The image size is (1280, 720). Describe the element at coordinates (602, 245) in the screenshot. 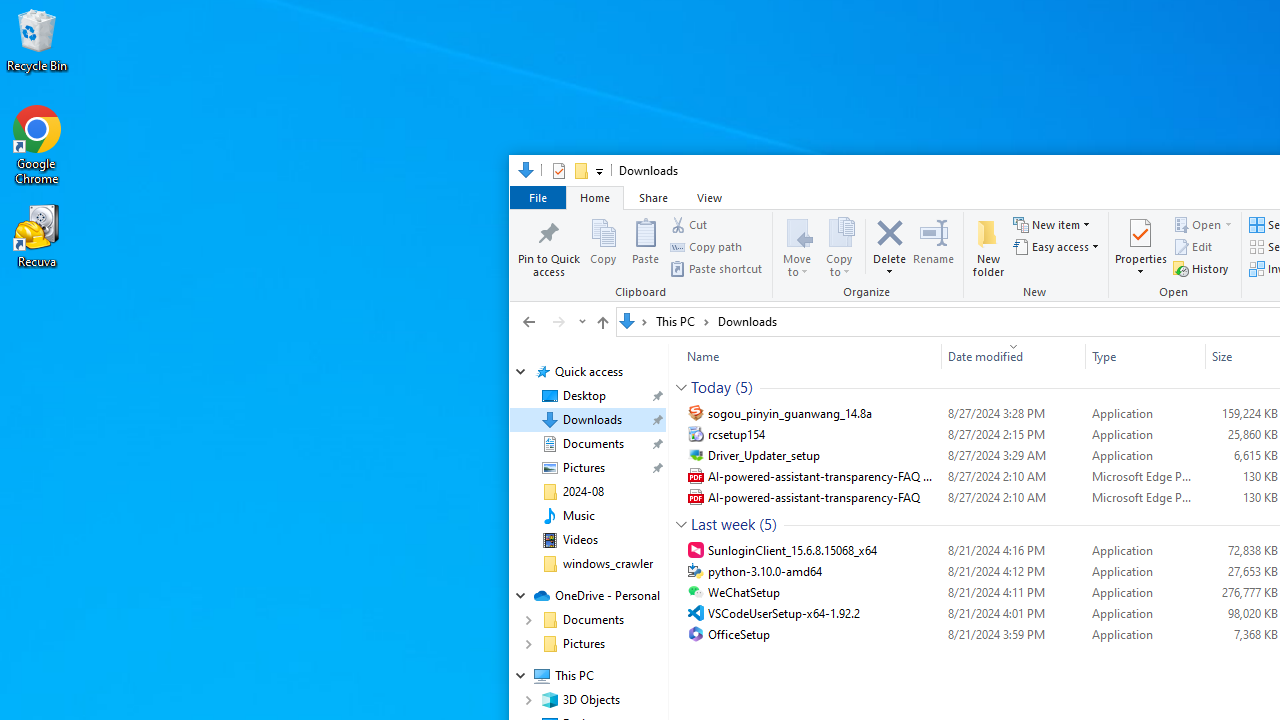

I see `'Copy'` at that location.